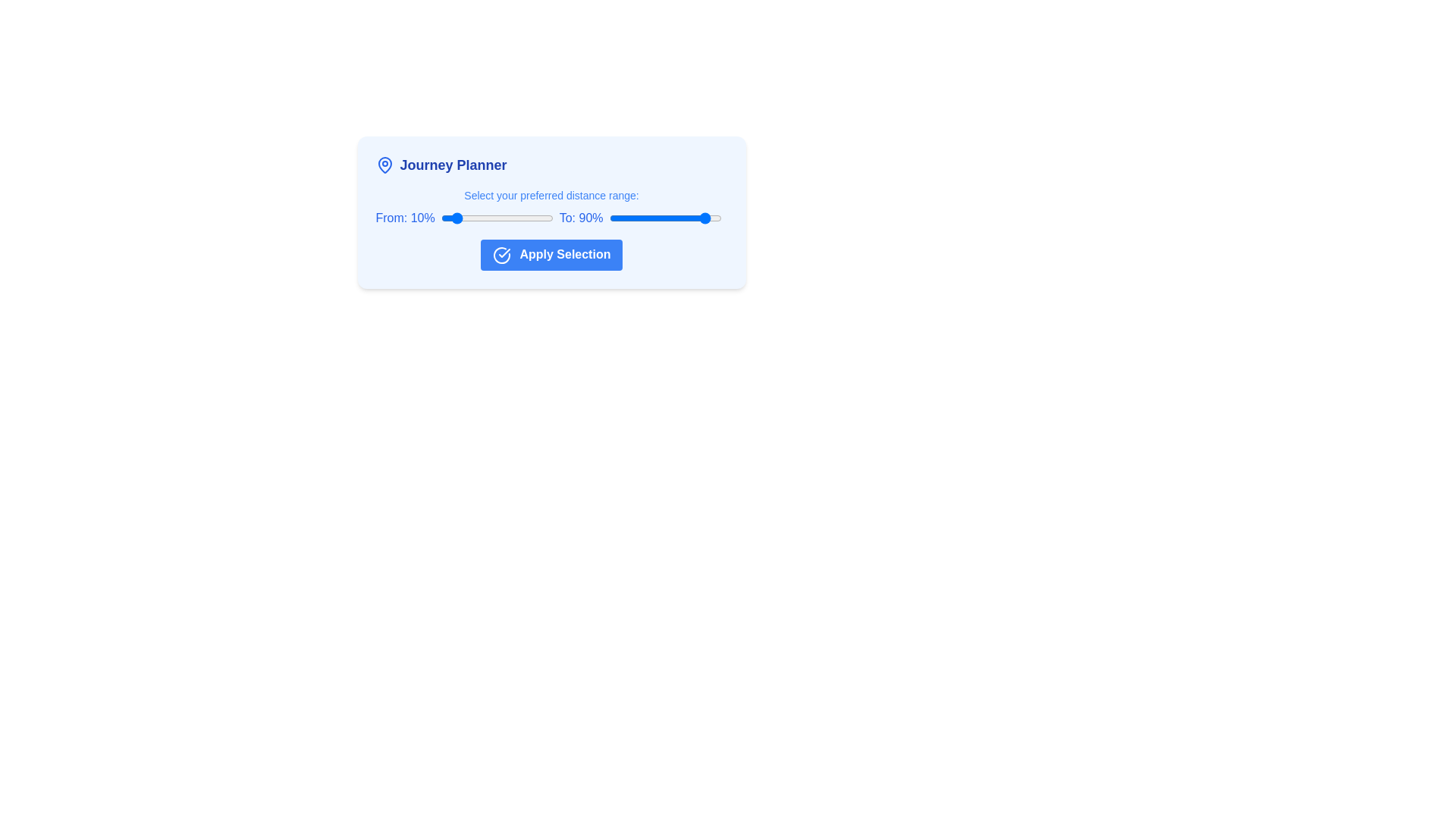  Describe the element at coordinates (501, 254) in the screenshot. I see `the Graphic Icon located on the left side of the 'Apply Selection' button` at that location.